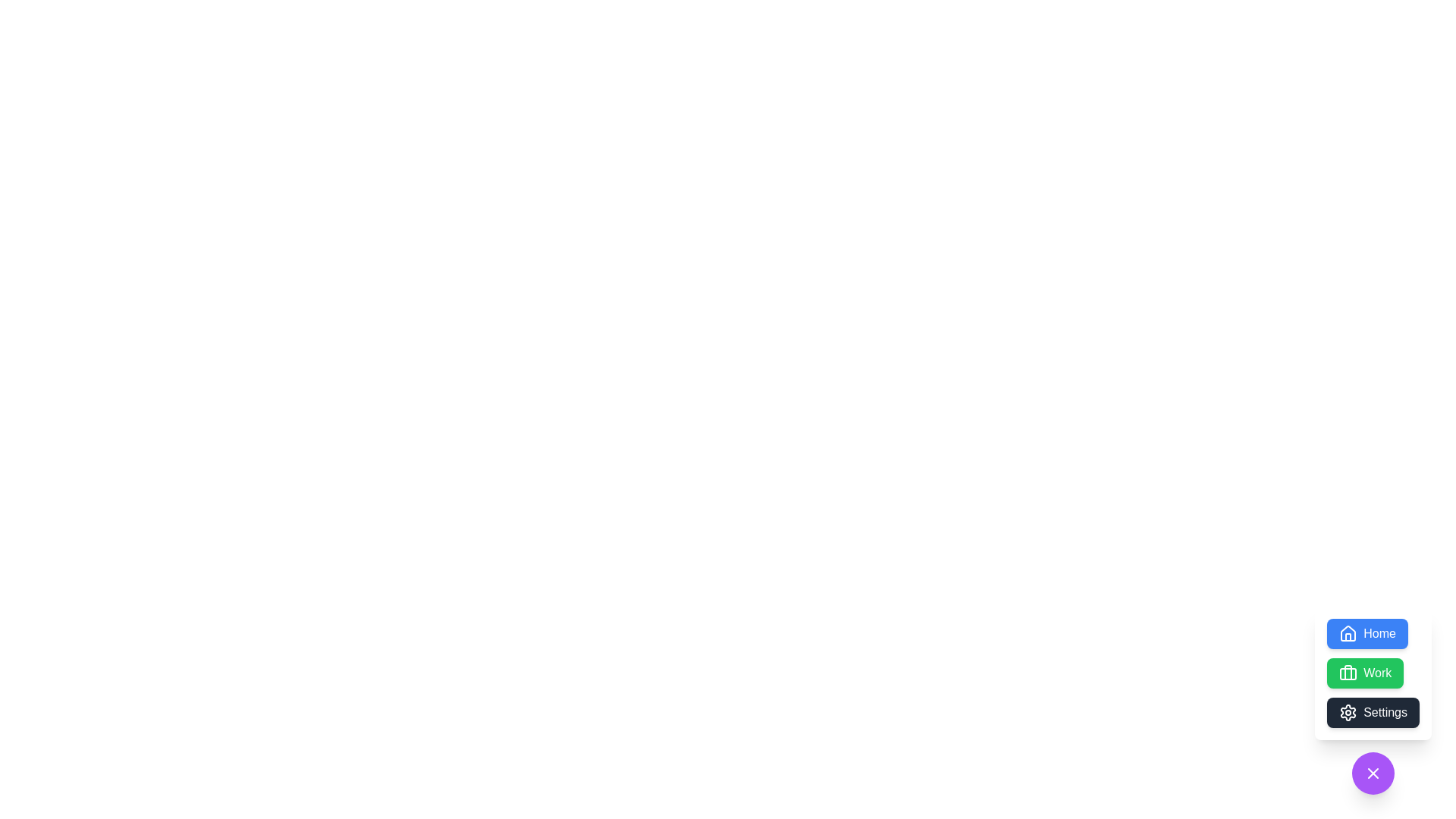 This screenshot has height=819, width=1456. Describe the element at coordinates (1373, 701) in the screenshot. I see `the 'Settings' button, which is a dark gray button with white text and a gear icon, located in the bottom-right panel beneath the 'Work' button` at that location.